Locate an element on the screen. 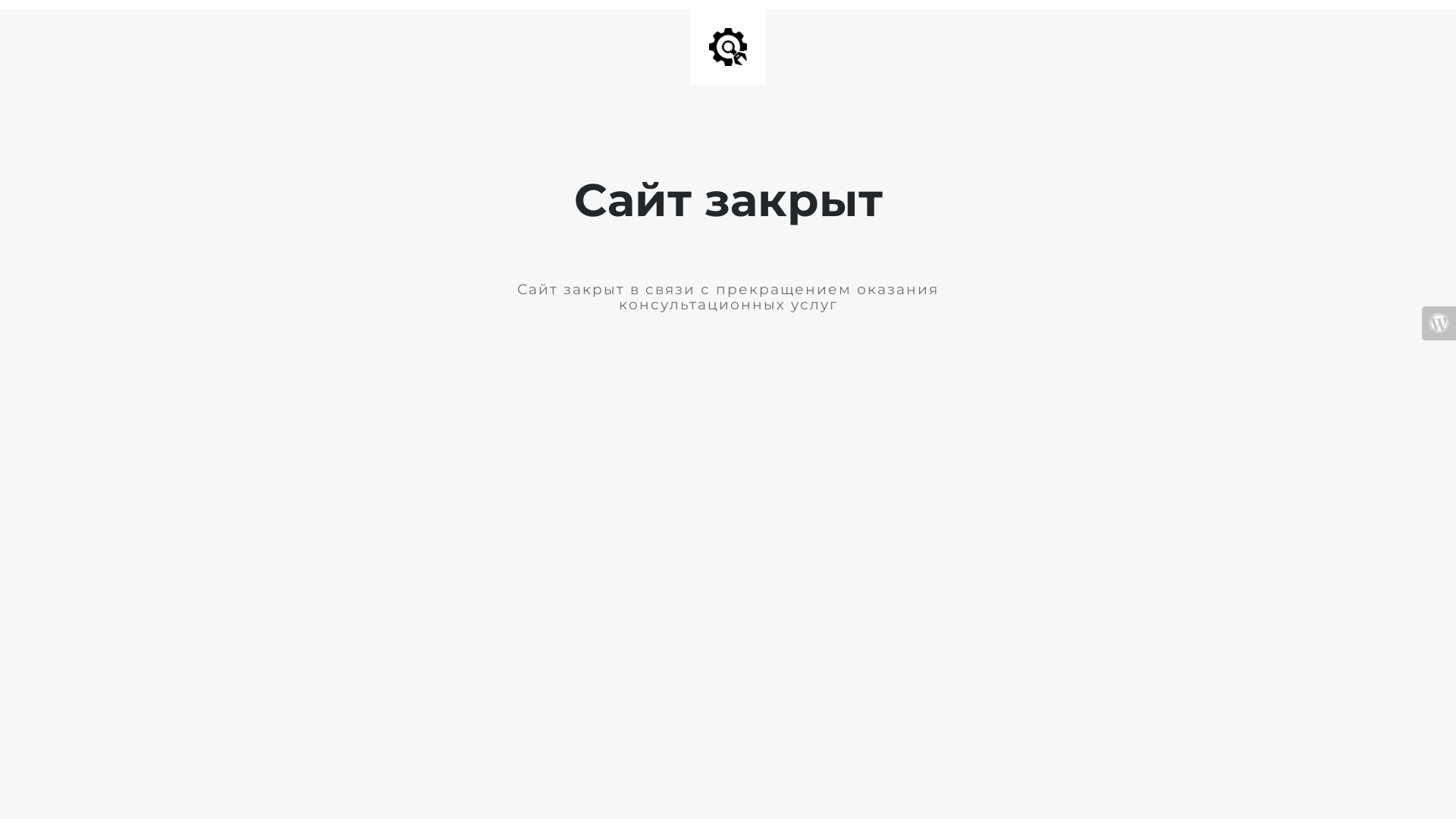 The width and height of the screenshot is (1456, 819). 'Site is Under Construction' is located at coordinates (728, 45).